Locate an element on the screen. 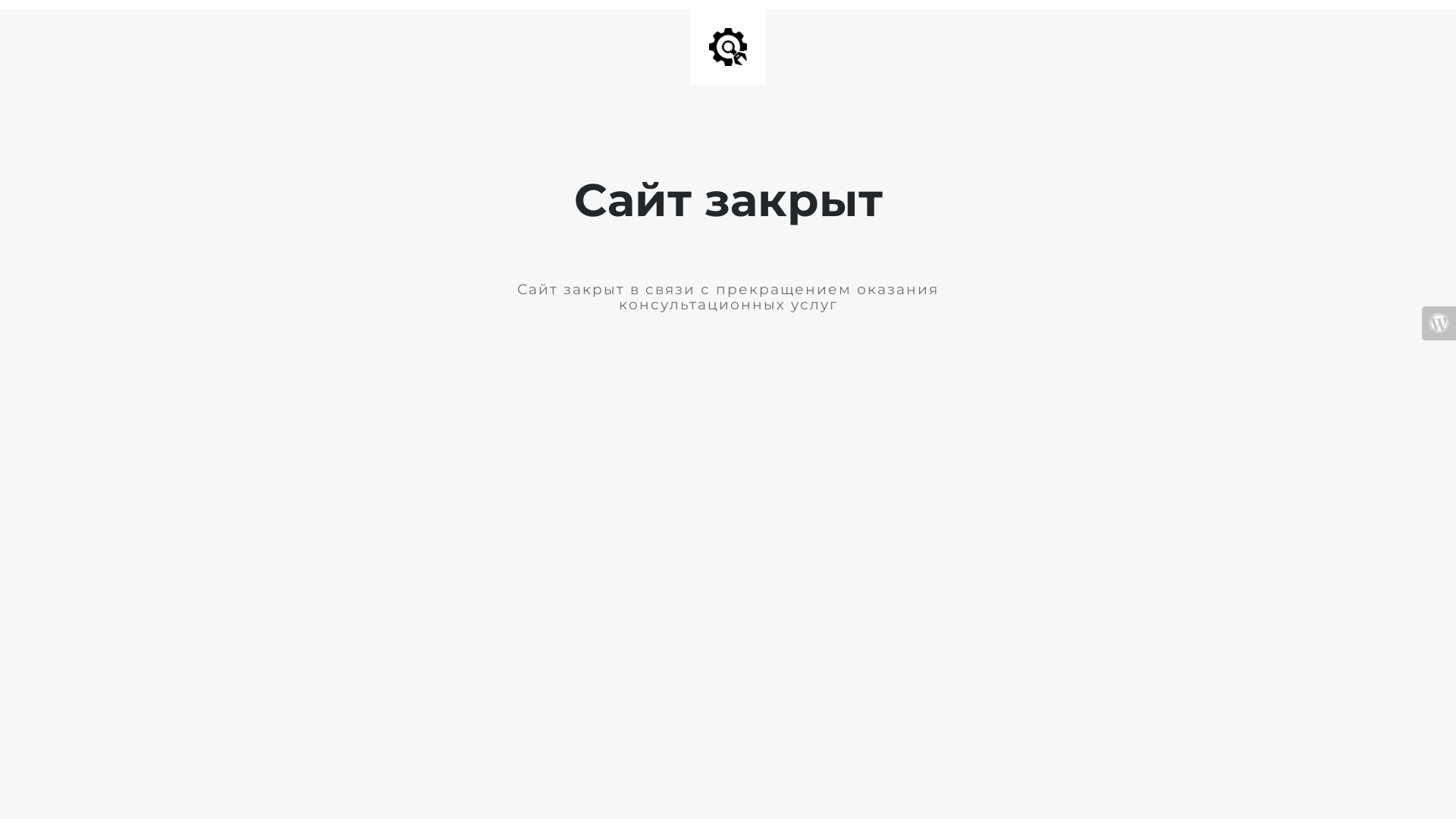 The width and height of the screenshot is (1456, 819). 'Site is Under Construction' is located at coordinates (728, 45).